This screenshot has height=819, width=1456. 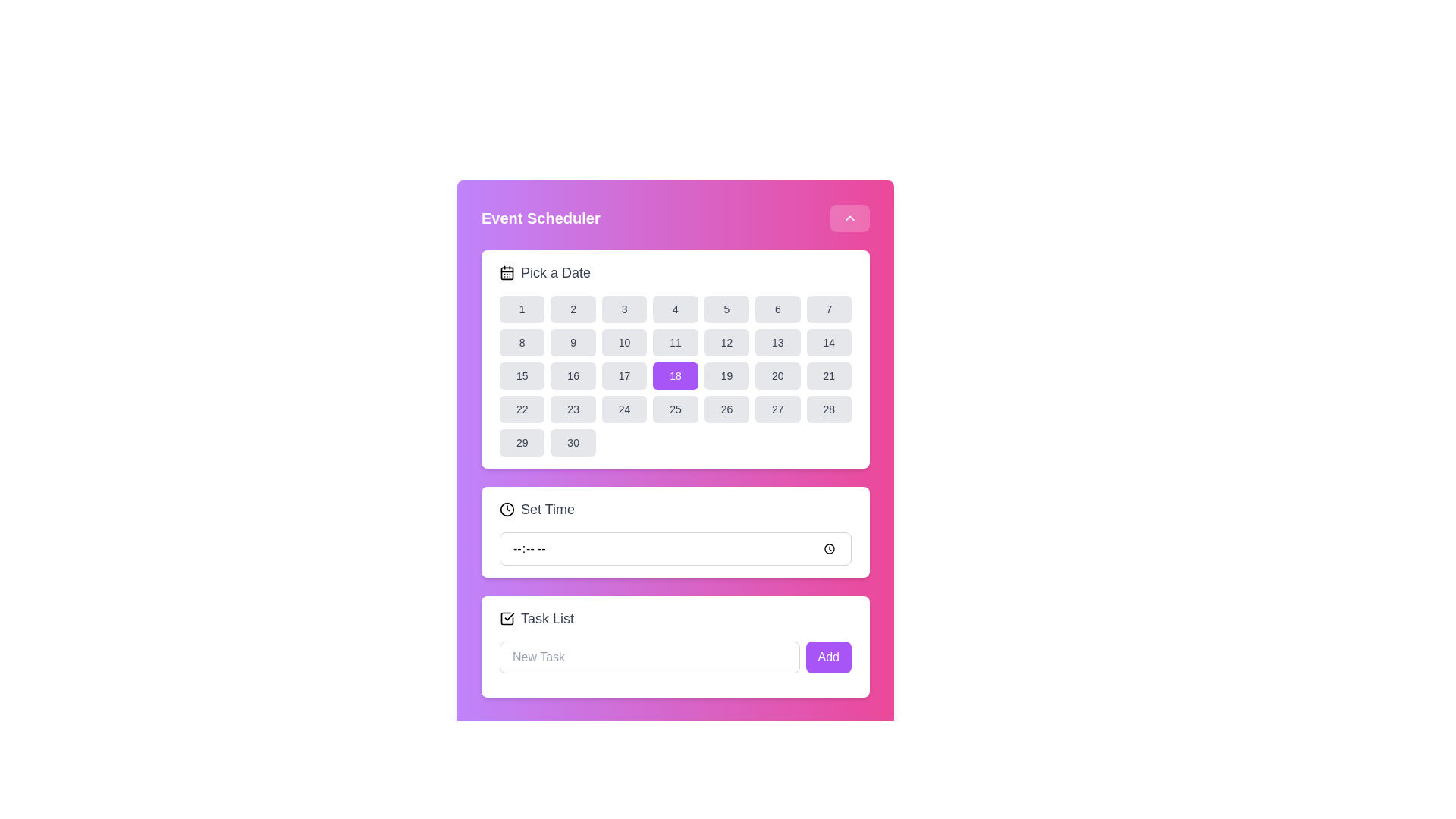 I want to click on the label indicating the task-related functionality located above the 'New Task' input field and adjacent to the 'Add' button, so click(x=547, y=619).